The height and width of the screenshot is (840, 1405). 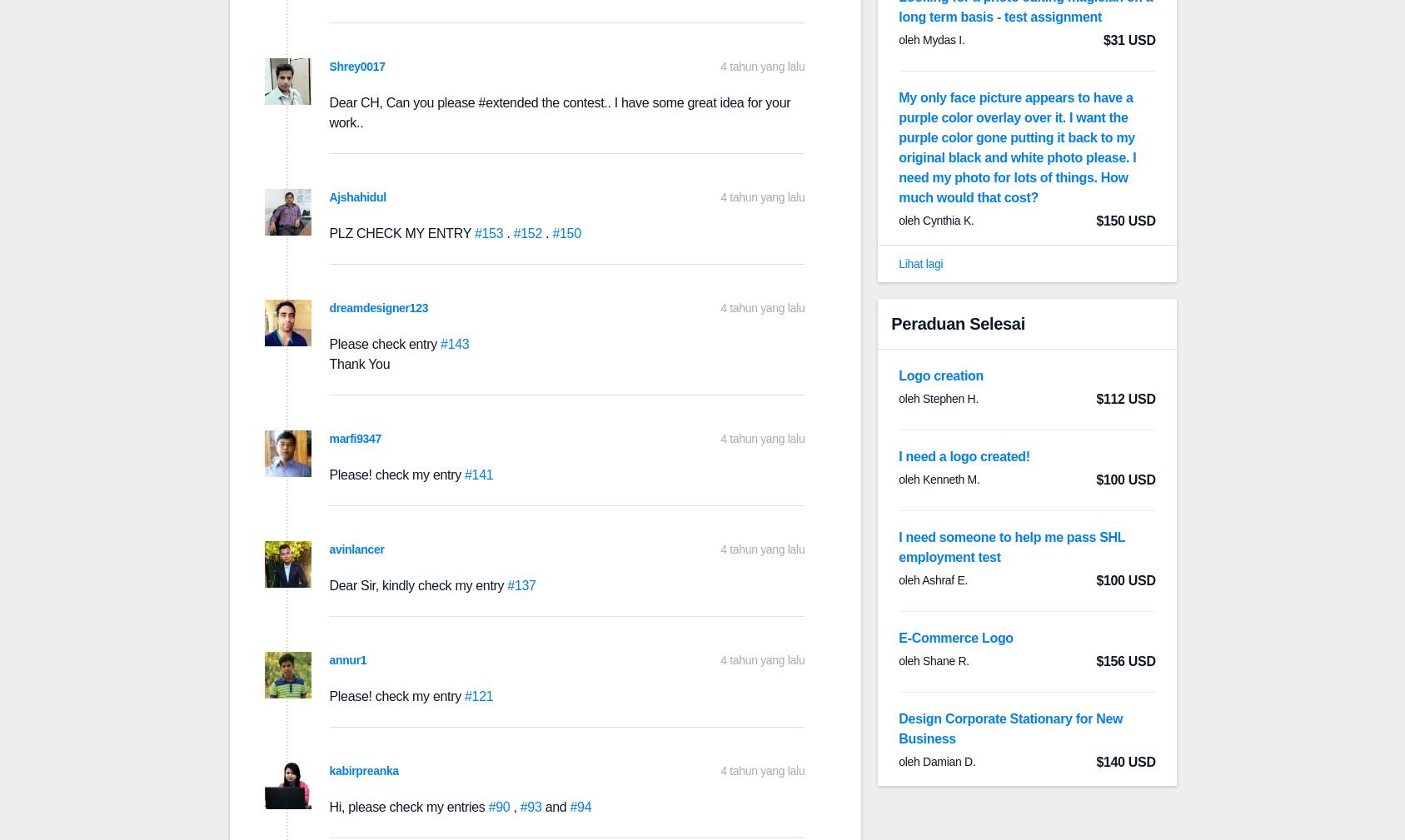 I want to click on '#141', so click(x=463, y=475).